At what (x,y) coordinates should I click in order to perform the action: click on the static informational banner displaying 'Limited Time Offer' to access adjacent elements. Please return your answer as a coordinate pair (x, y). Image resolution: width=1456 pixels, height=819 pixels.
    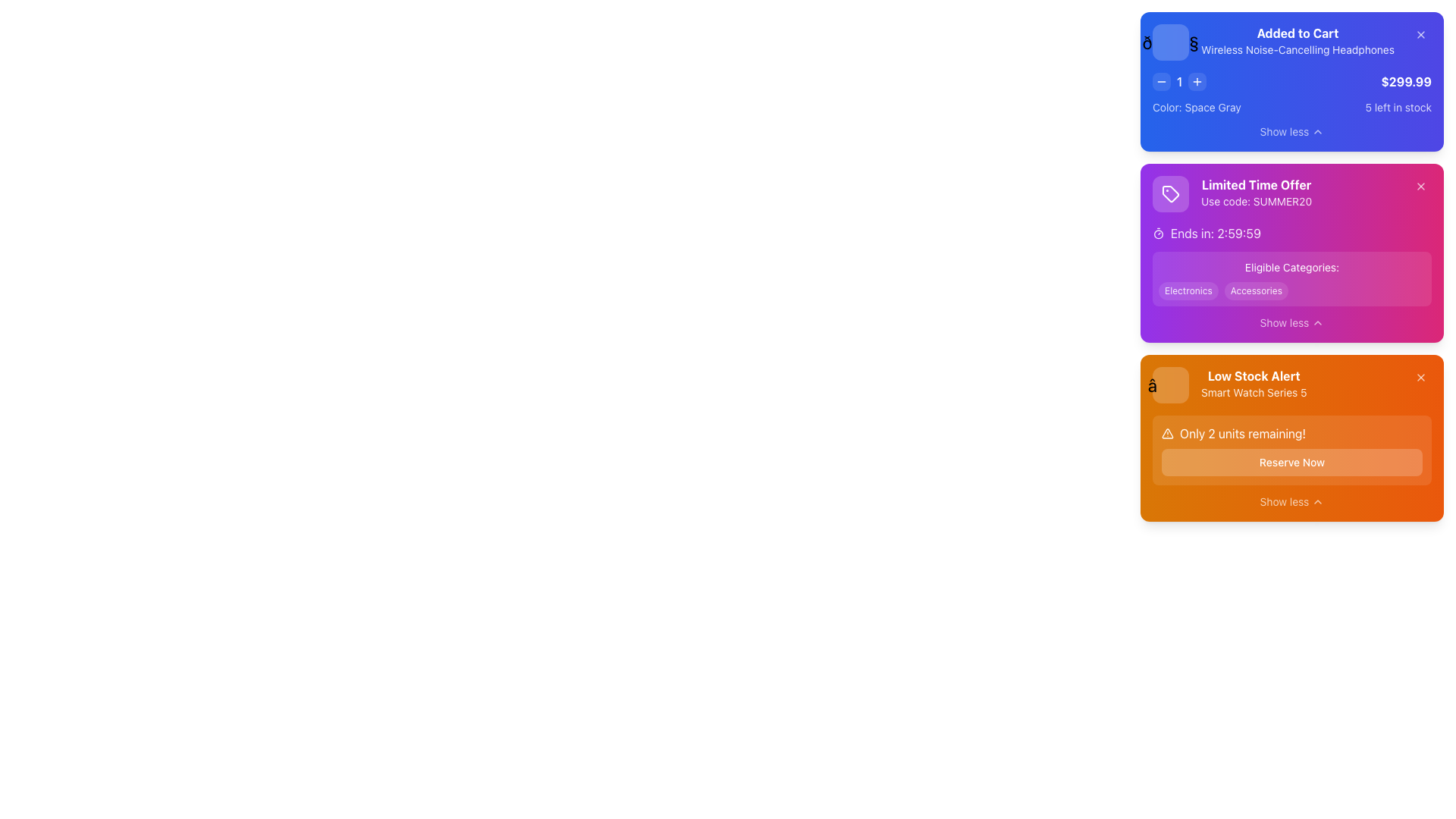
    Looking at the image, I should click on (1291, 193).